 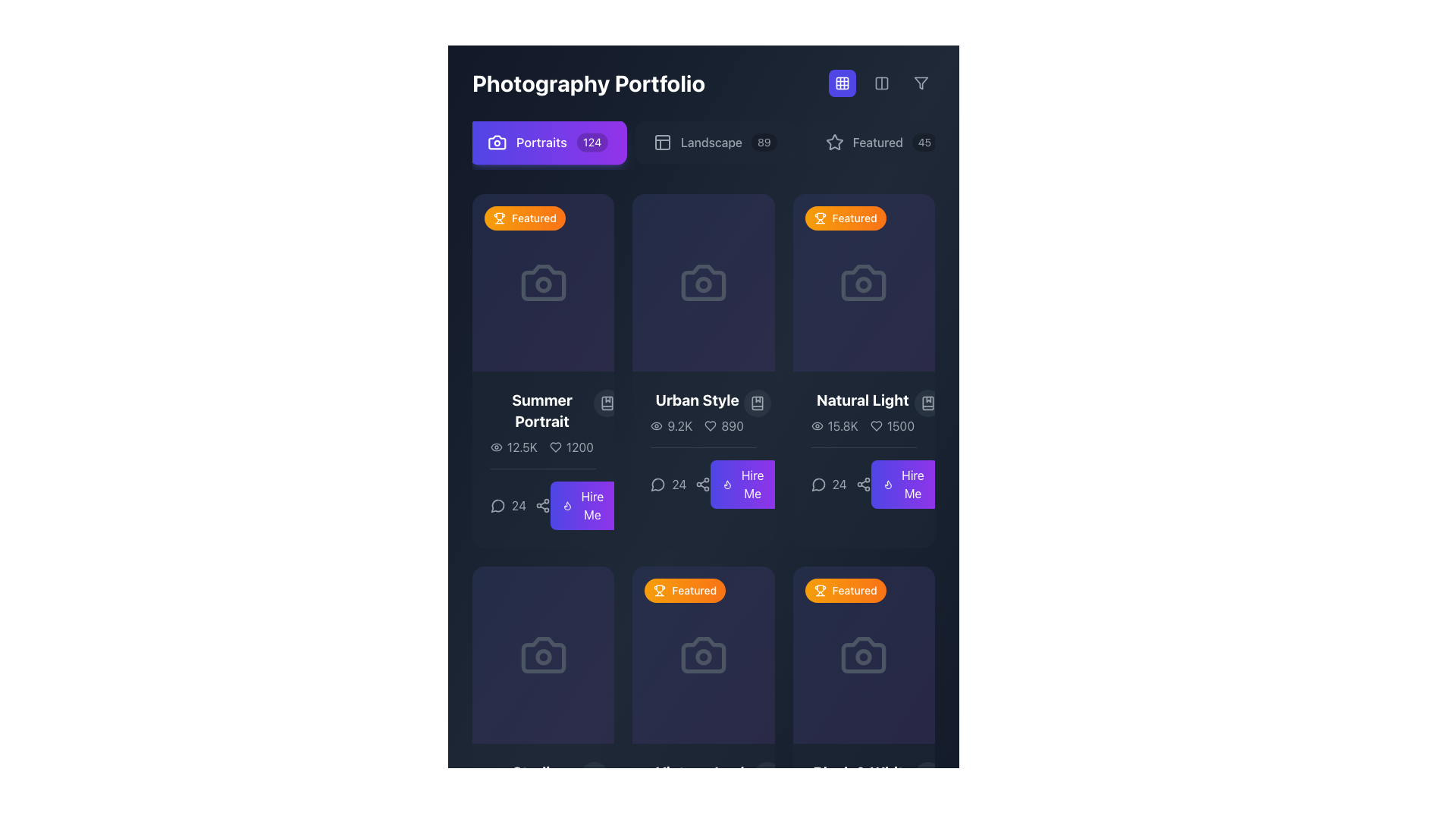 What do you see at coordinates (693, 590) in the screenshot?
I see `text from the Text Label that indicates the associated item is marked as 'Featured', located within the orange pill-shaped badge near the top-left corner of the second item in the bottom row of the grid layout` at bounding box center [693, 590].